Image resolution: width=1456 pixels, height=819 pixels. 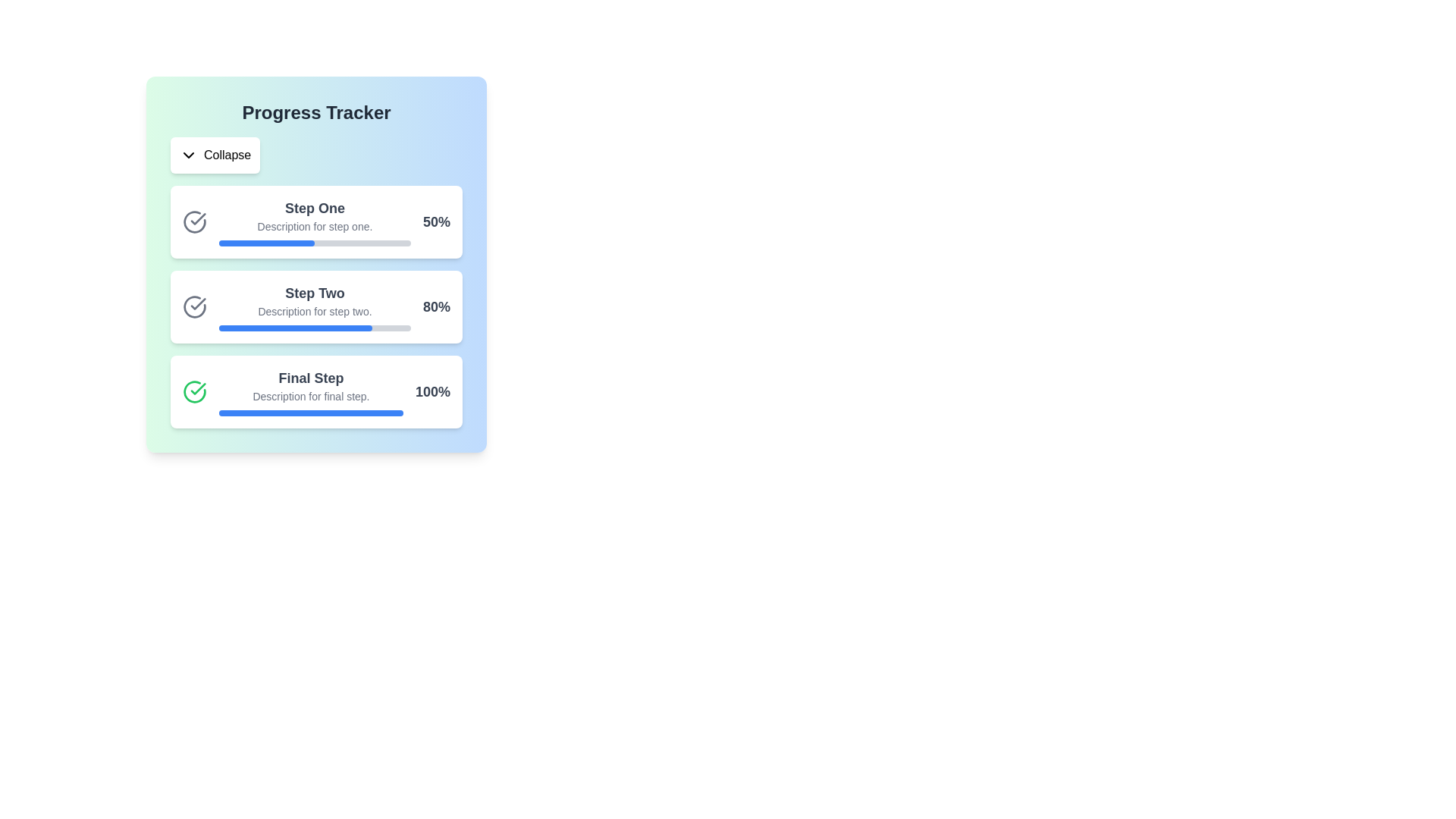 I want to click on the 'Step Two' progress indicator in the Progress Tracker section, which is currently 80% complete, so click(x=315, y=307).